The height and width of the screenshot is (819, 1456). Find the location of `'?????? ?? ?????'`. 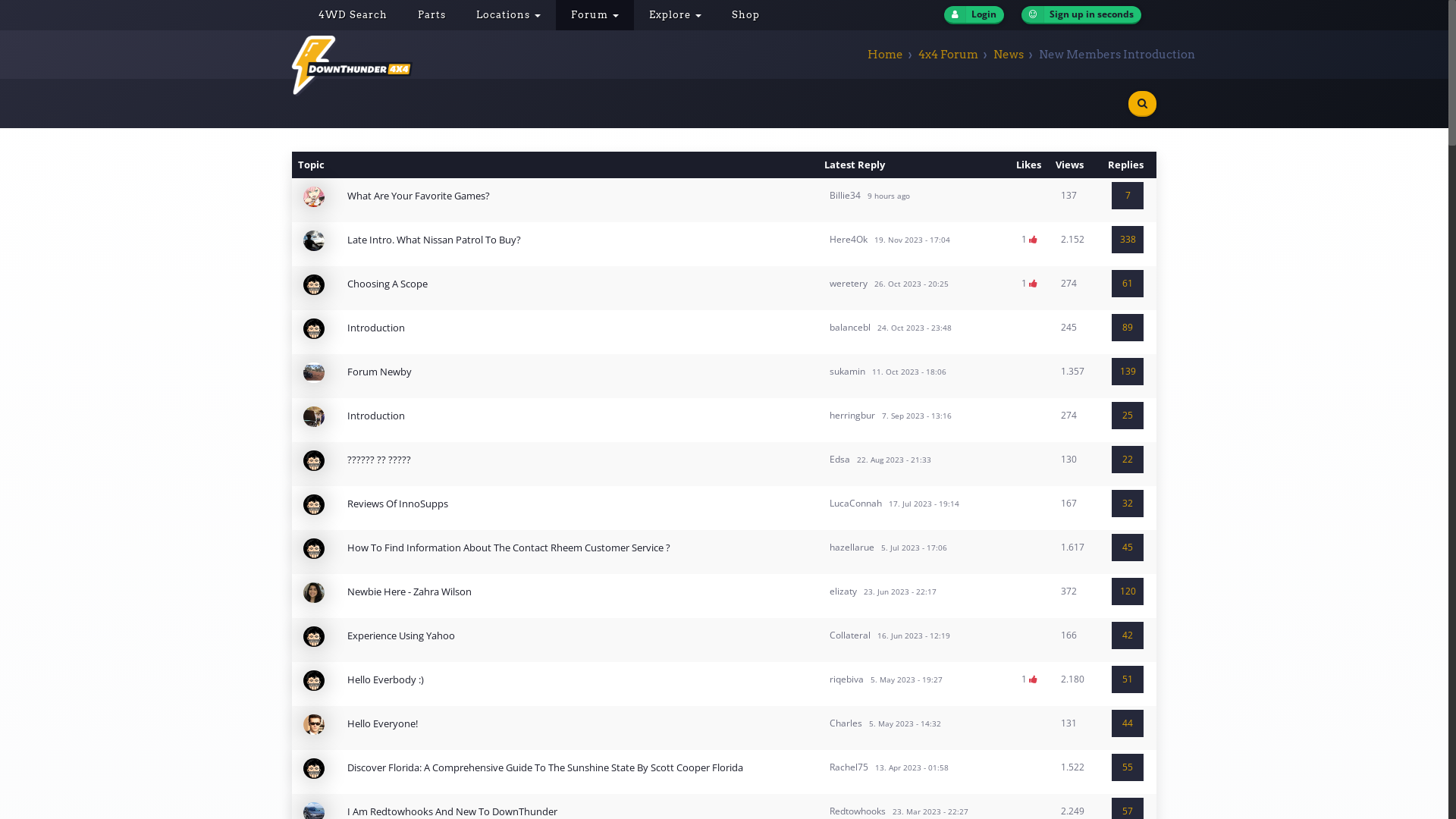

'?????? ?? ?????' is located at coordinates (378, 458).